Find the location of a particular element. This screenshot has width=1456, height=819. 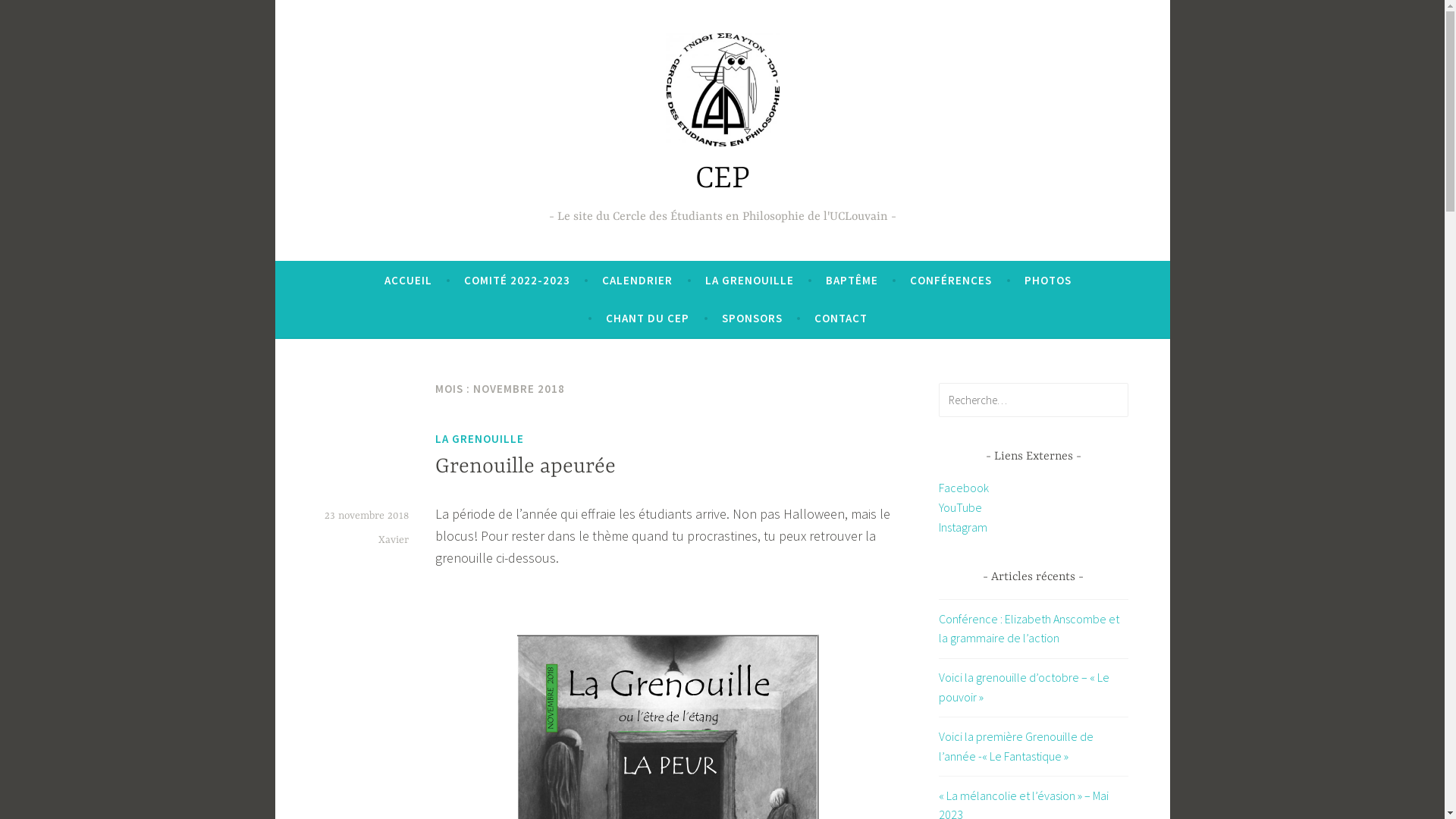

'Facebook' is located at coordinates (963, 488).